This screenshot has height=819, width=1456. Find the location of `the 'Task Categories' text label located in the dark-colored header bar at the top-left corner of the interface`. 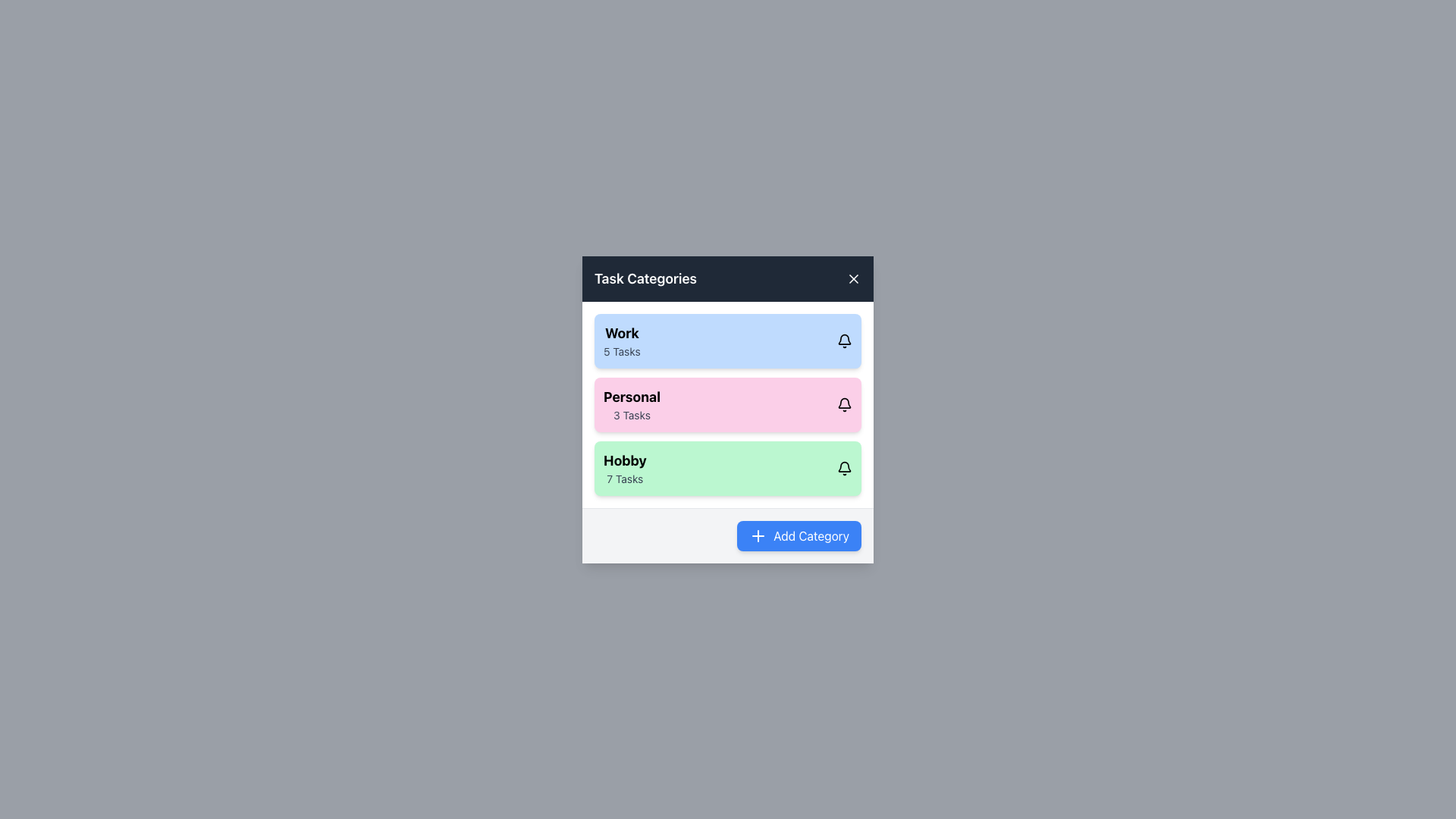

the 'Task Categories' text label located in the dark-colored header bar at the top-left corner of the interface is located at coordinates (645, 278).